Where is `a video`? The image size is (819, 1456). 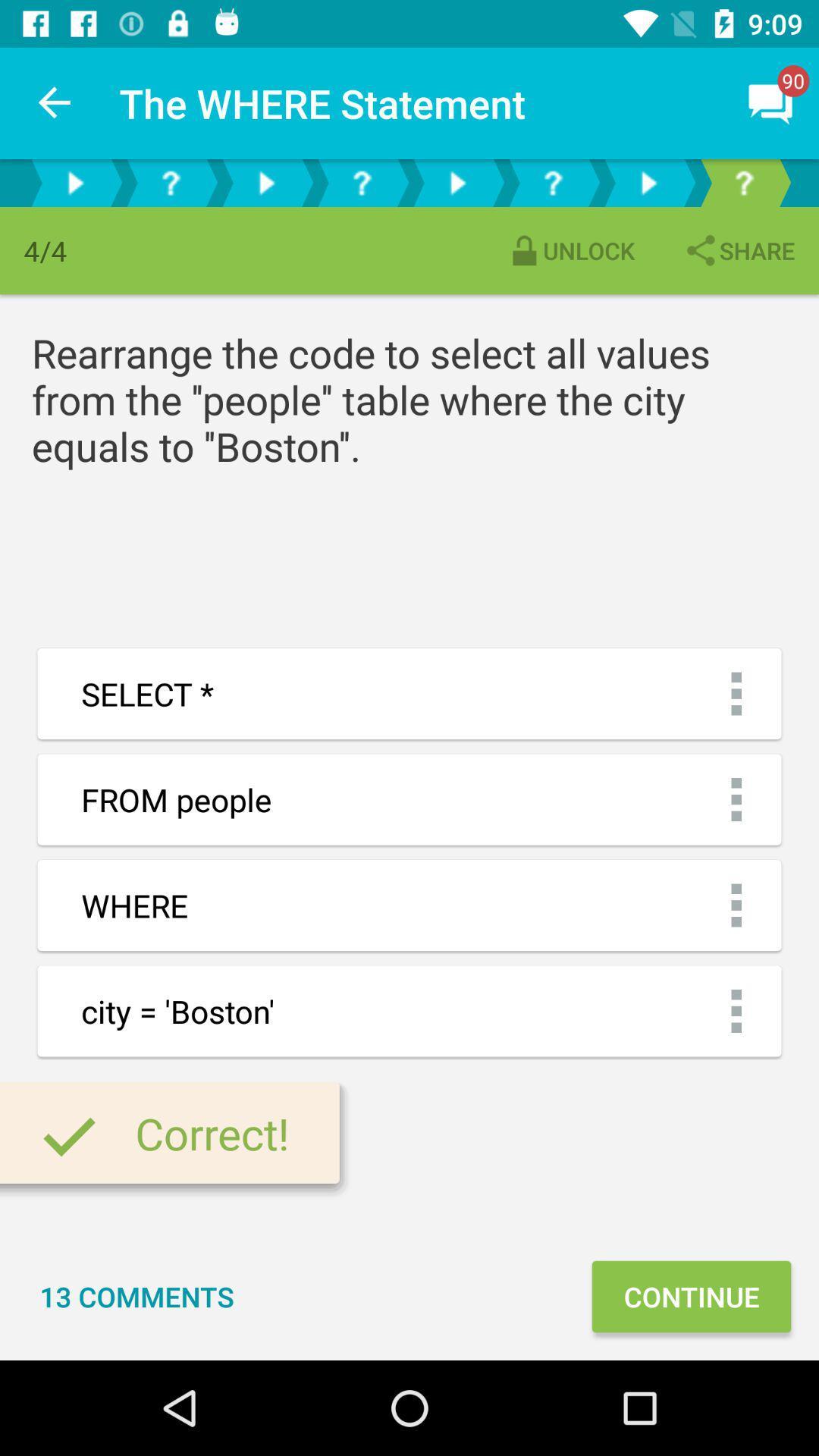 a video is located at coordinates (265, 182).